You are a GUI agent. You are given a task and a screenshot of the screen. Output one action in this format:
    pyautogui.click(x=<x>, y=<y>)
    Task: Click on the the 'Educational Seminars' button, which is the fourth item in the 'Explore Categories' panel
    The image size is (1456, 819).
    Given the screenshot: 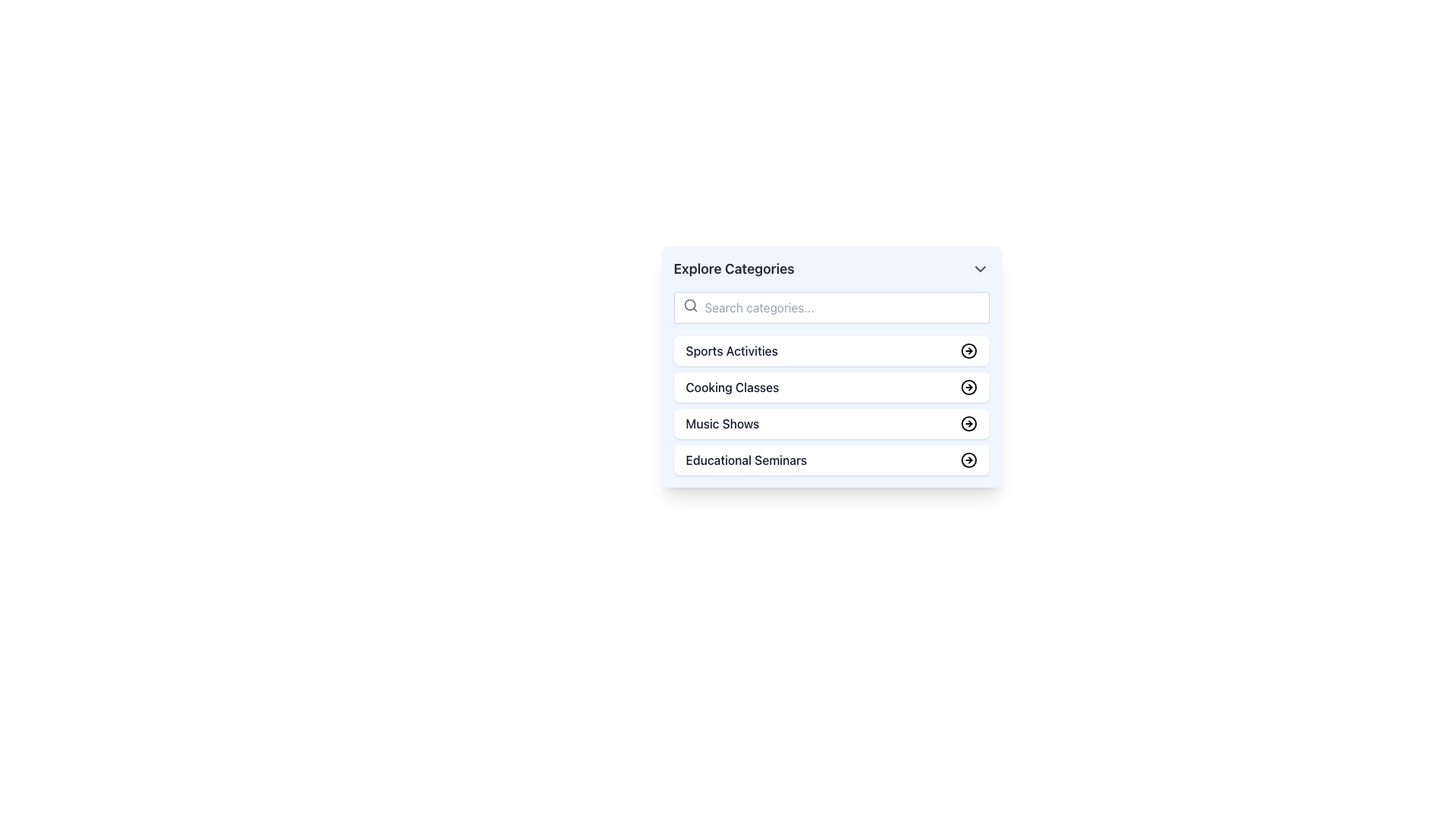 What is the action you would take?
    pyautogui.click(x=830, y=459)
    